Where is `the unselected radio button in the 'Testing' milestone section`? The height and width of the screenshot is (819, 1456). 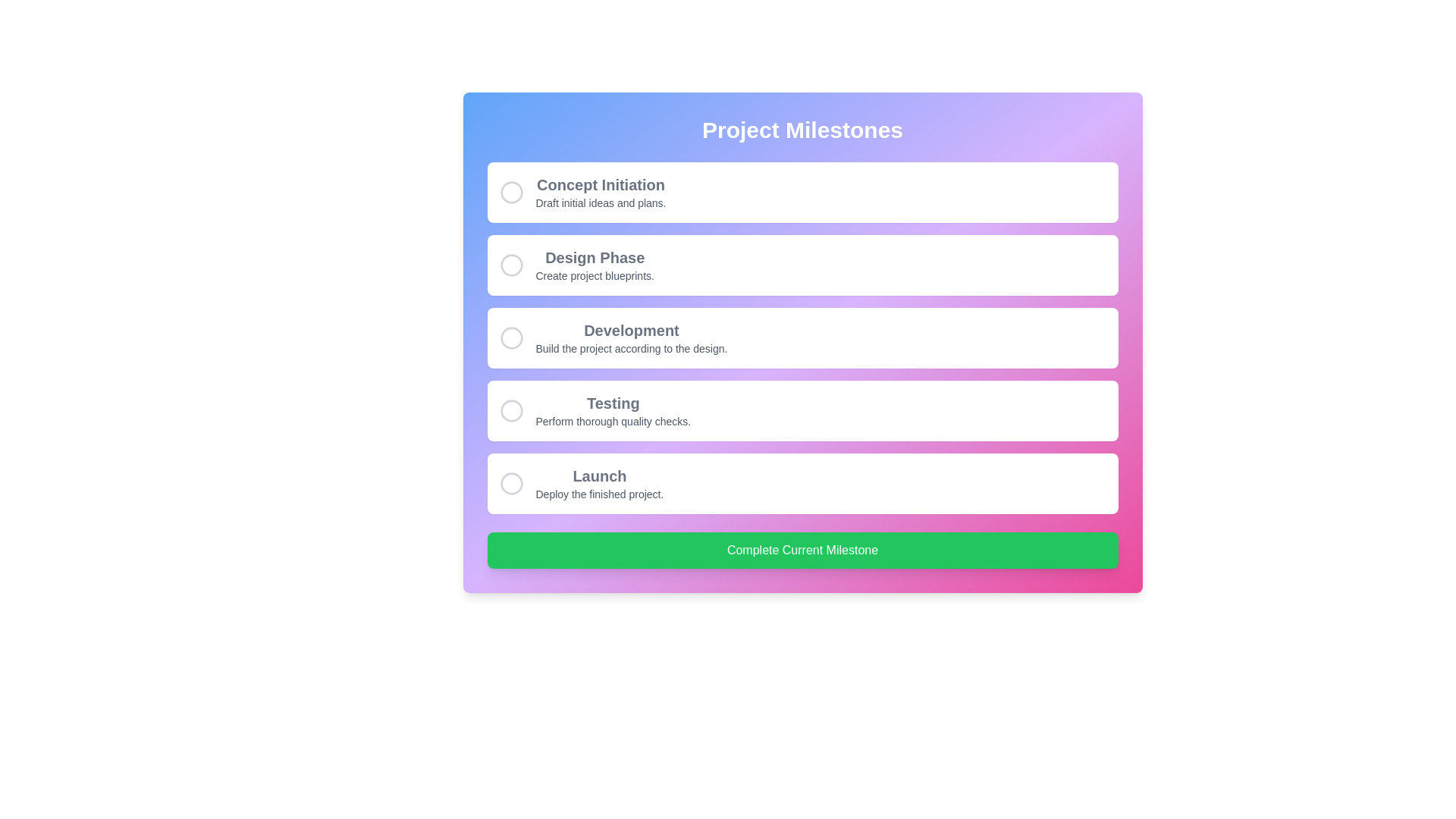 the unselected radio button in the 'Testing' milestone section is located at coordinates (511, 411).